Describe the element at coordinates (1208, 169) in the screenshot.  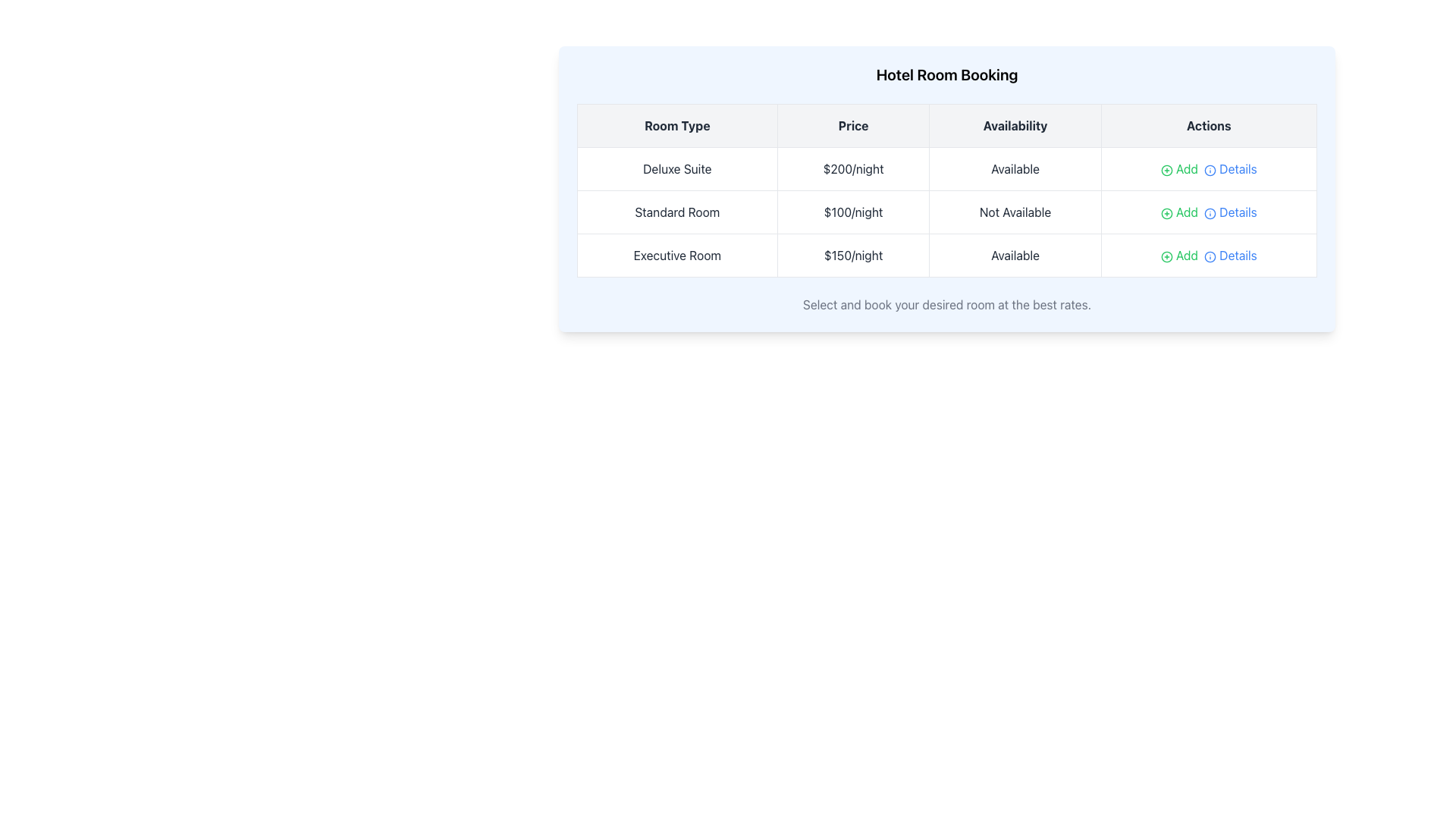
I see `the interactive grouped button with 'Add' and 'Details' labels located in the 'Actions' column of the first row of the table for the 'Deluxe Suite' entry` at that location.